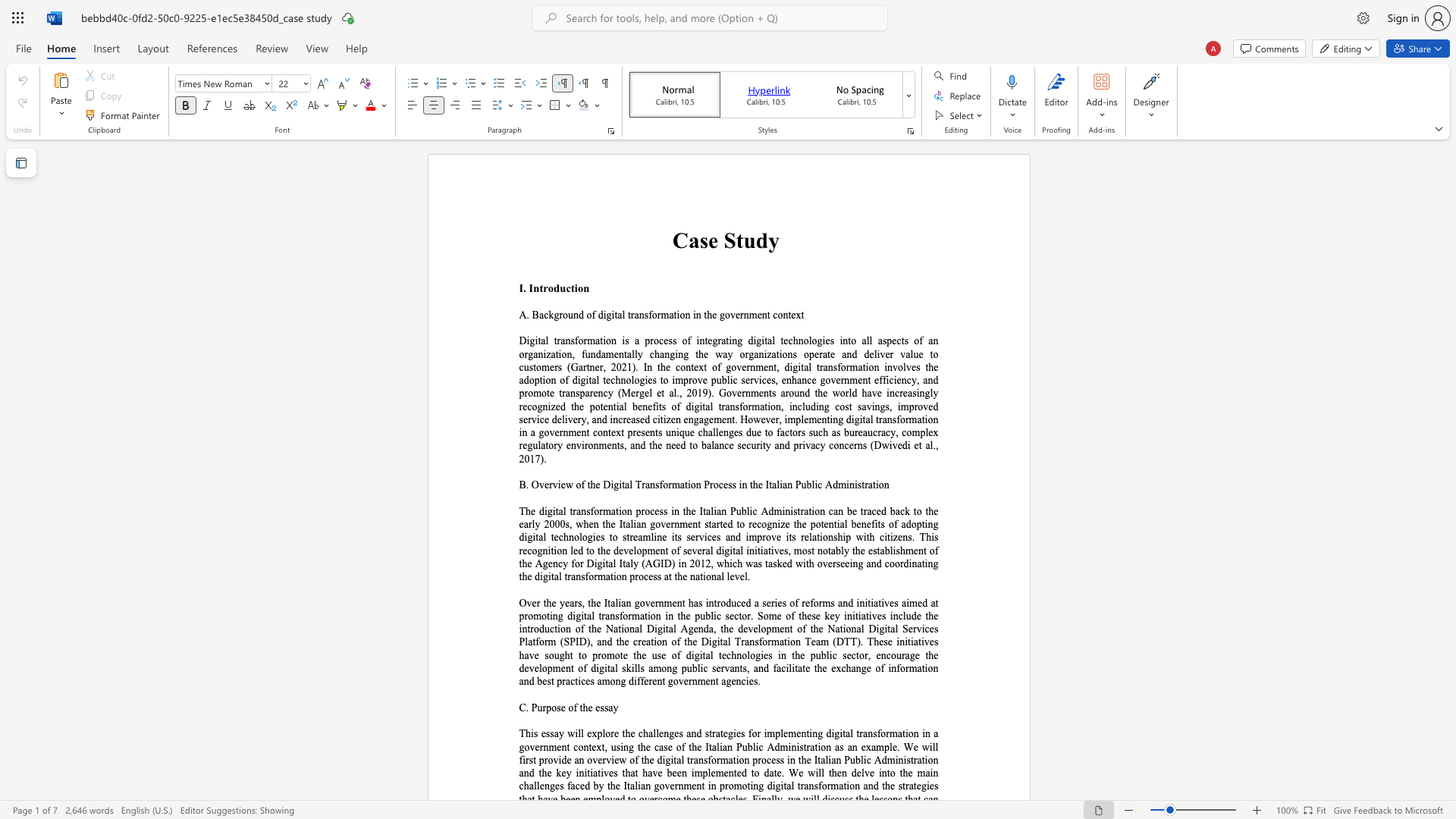  What do you see at coordinates (876, 654) in the screenshot?
I see `the subset text "encourage the development of digital sk" within the text "to promote the use of digital technologies in the public sector, encourage the development of digital skills among p"` at bounding box center [876, 654].